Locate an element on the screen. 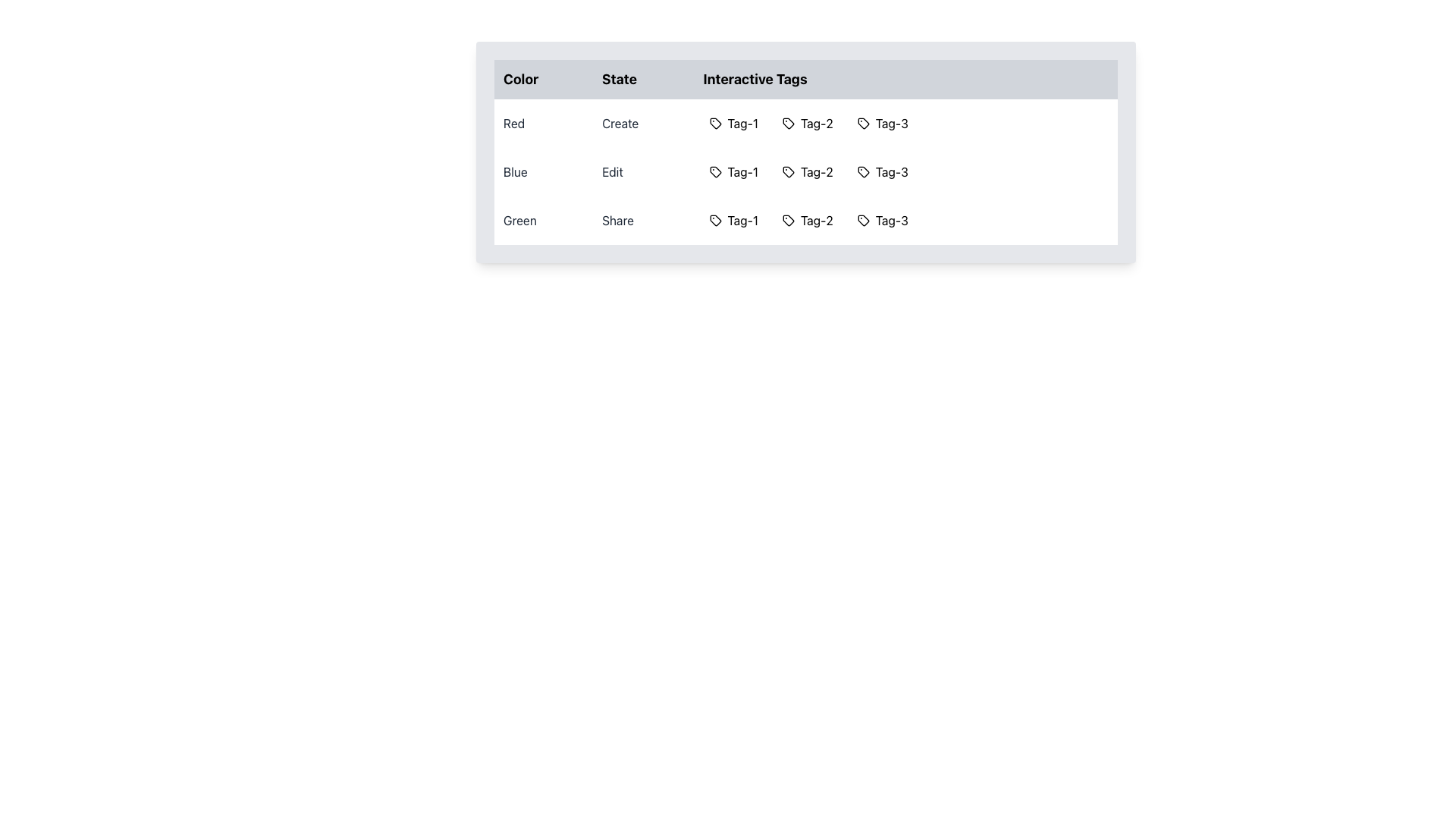  the price tag icon located in the 'Interactive Tags' section, which is the first icon under the 'Green' row, positioned between 'Tag-1' and 'Tag-3' is located at coordinates (789, 220).